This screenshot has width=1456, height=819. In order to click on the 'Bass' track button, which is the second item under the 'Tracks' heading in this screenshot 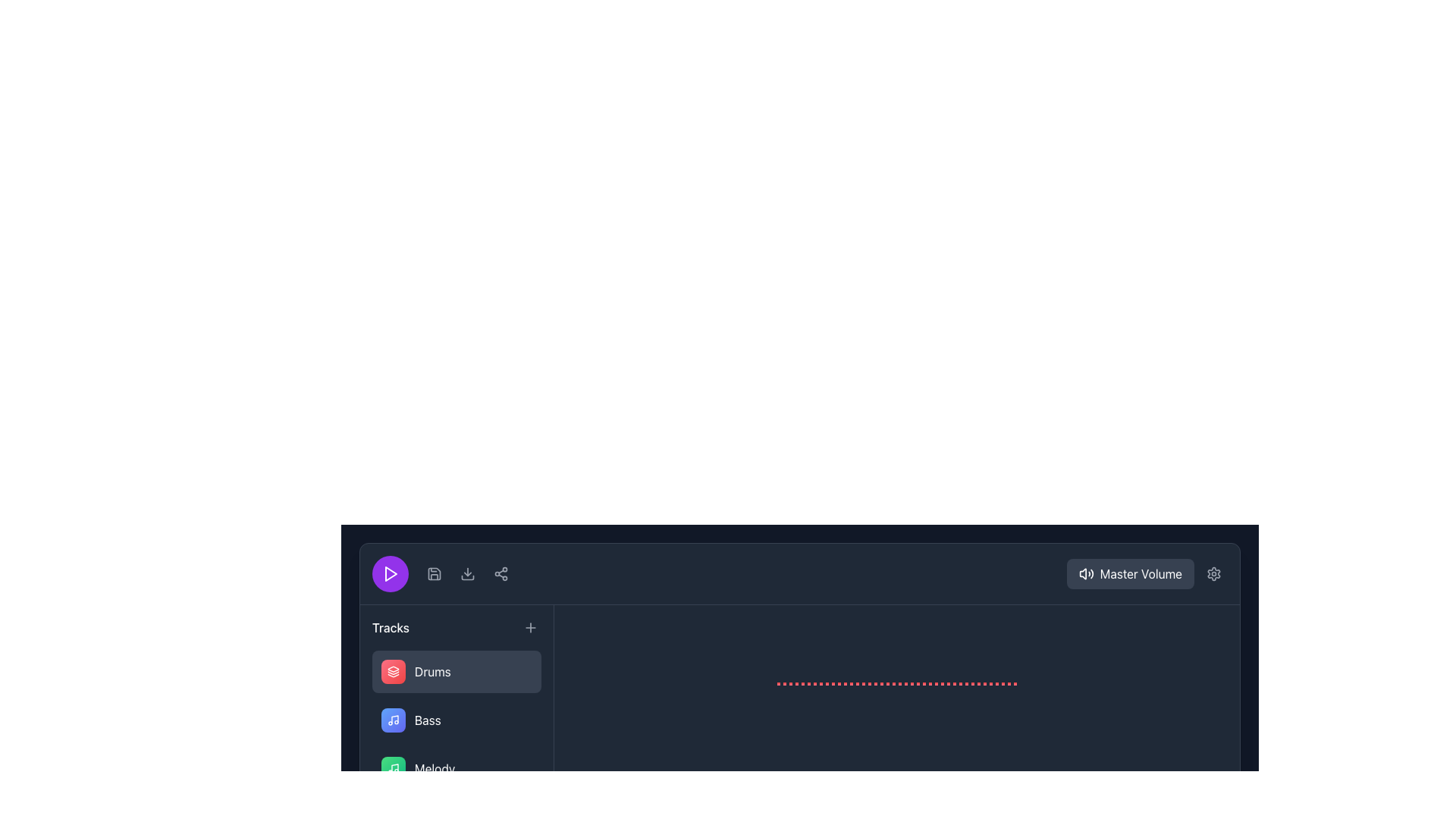, I will do `click(456, 719)`.